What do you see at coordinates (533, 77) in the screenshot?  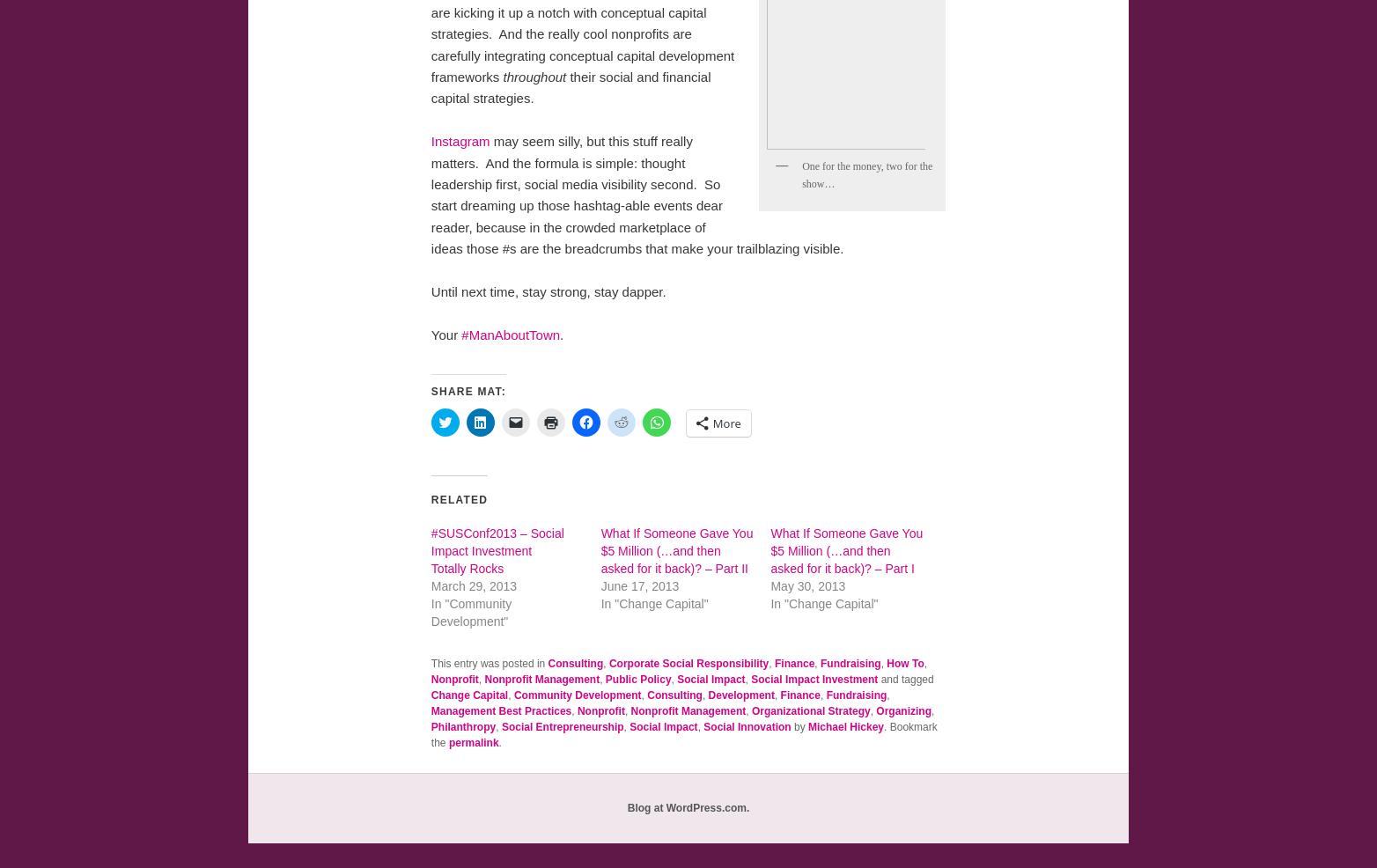 I see `'throughout'` at bounding box center [533, 77].